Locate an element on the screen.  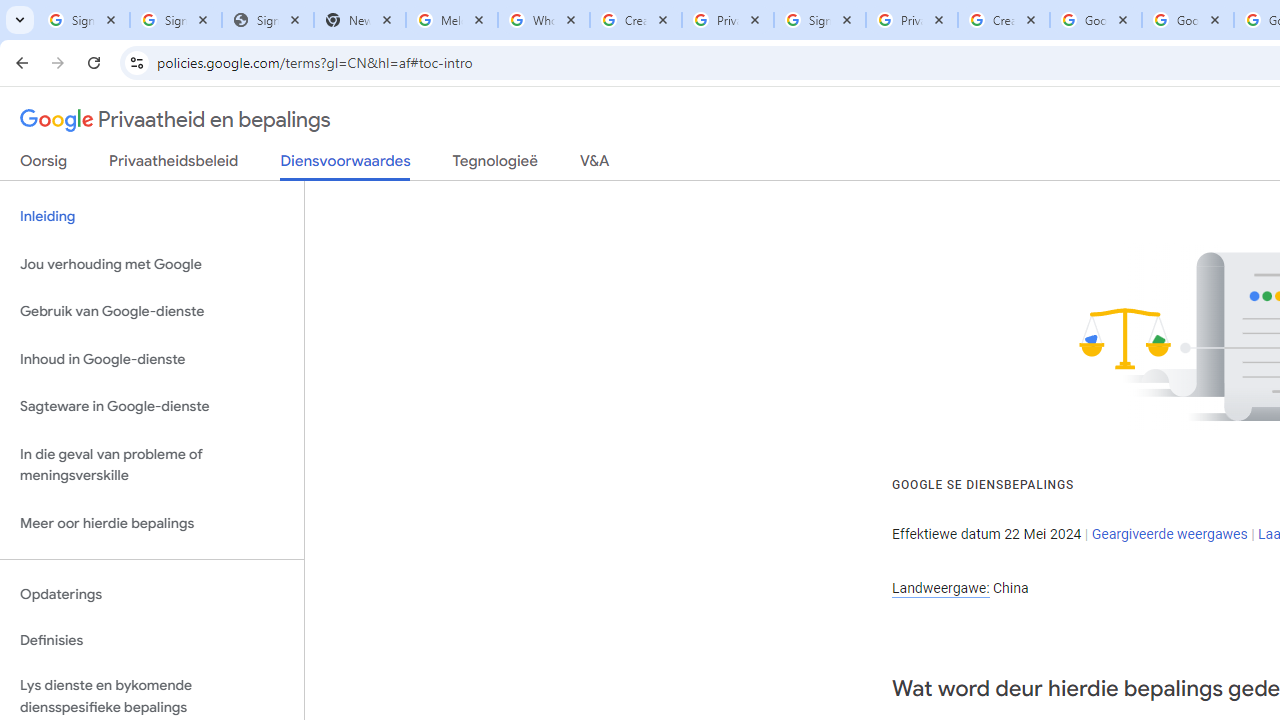
'Landweergawe:' is located at coordinates (939, 587).